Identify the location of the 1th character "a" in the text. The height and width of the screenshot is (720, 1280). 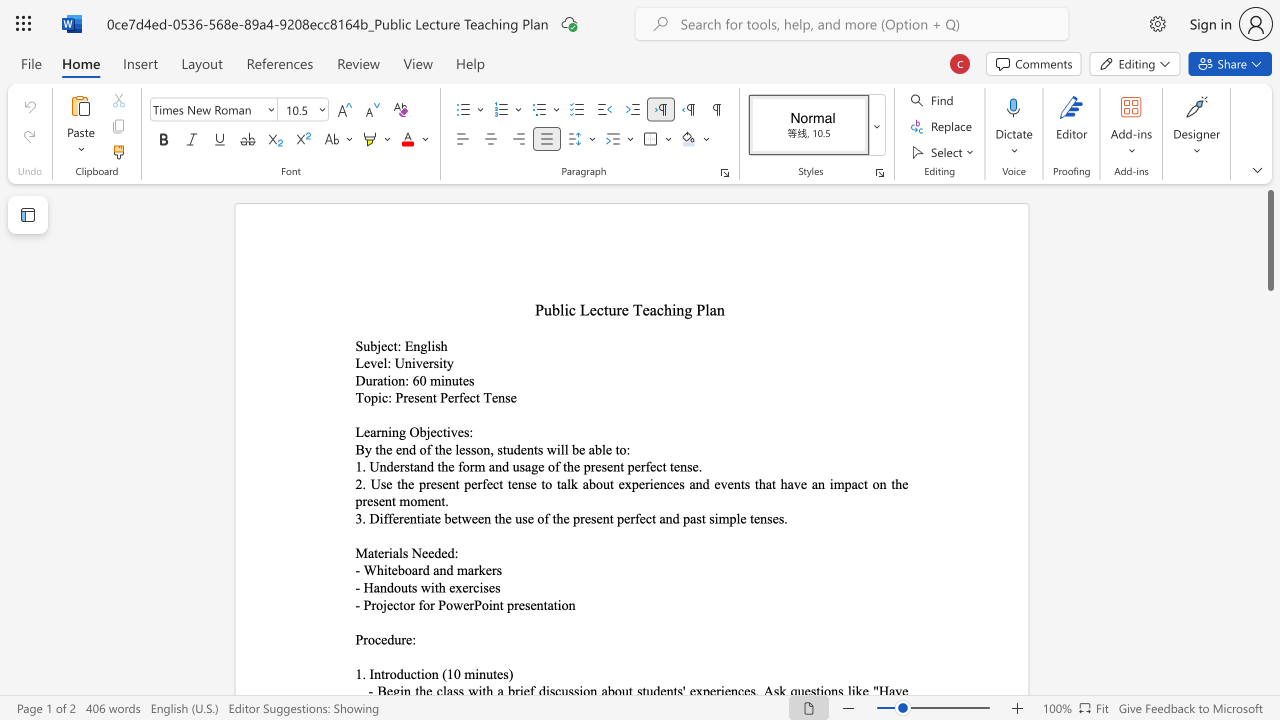
(380, 380).